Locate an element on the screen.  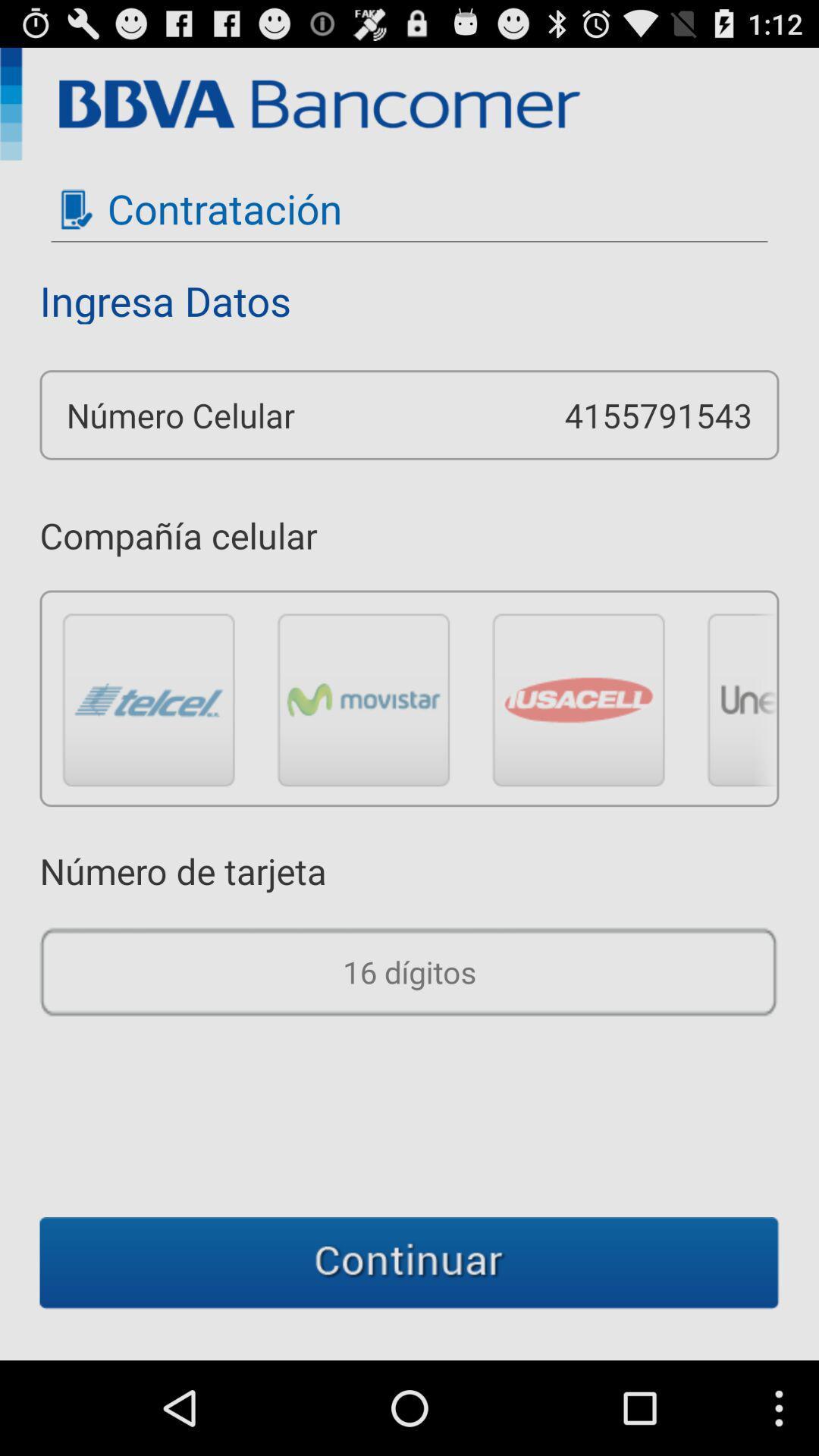
digitos option is located at coordinates (409, 971).